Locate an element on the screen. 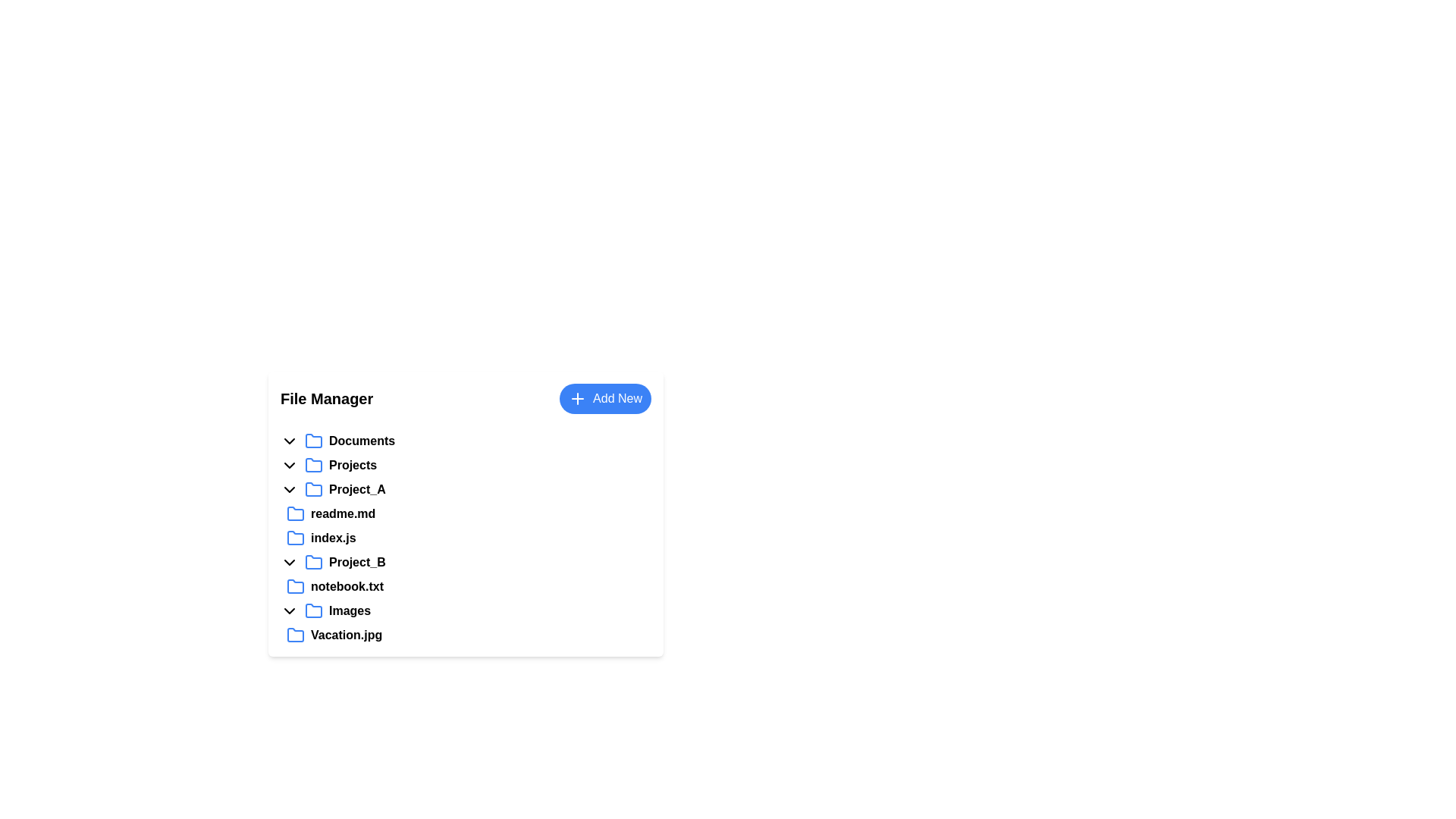  the folder icon that represents the 'readme.md' file in the Project_A directory, located to the left of the file name is located at coordinates (295, 513).